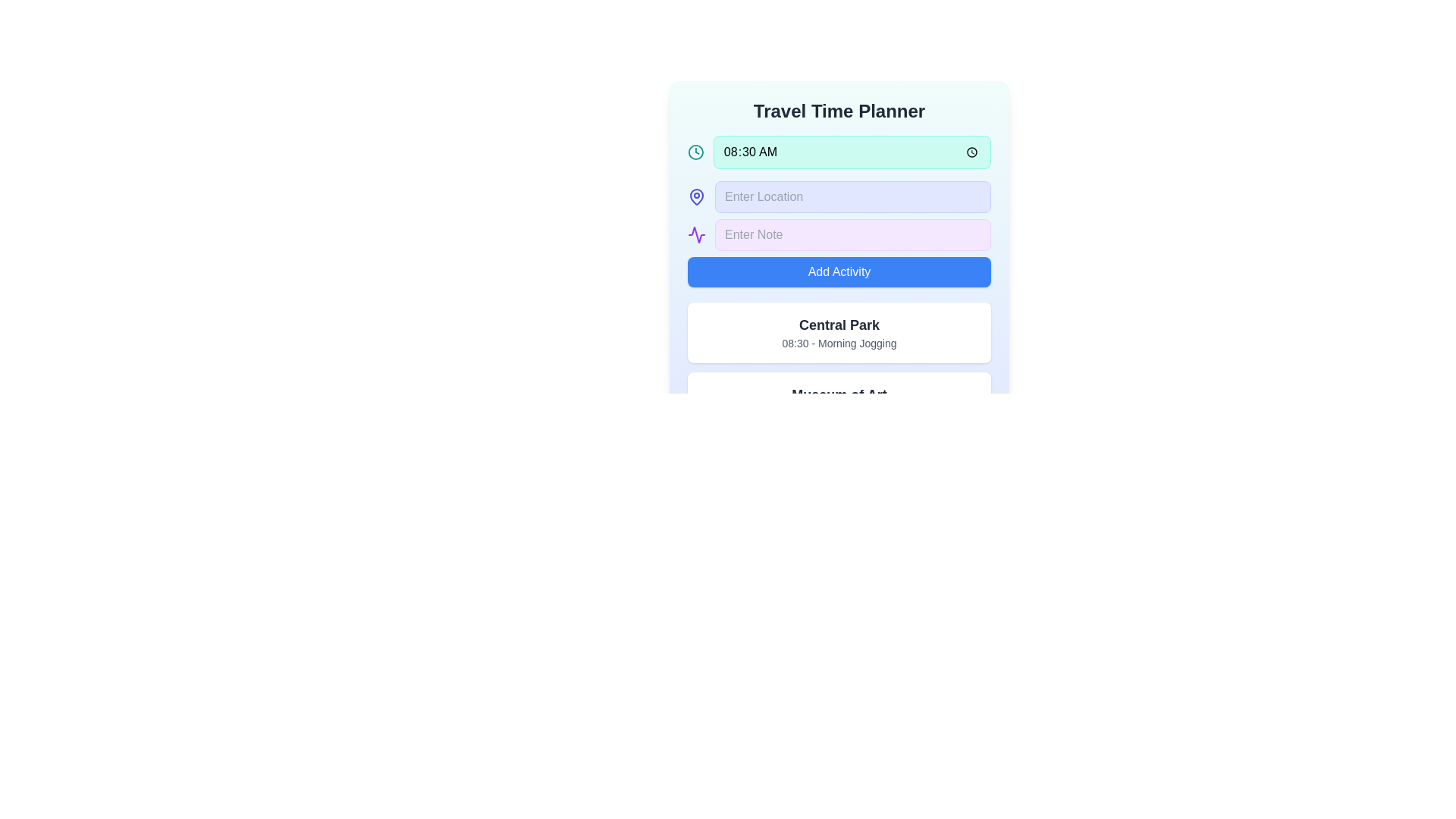 This screenshot has width=1456, height=819. I want to click on the circular teal icon within the clock graphic located to the left of the '08:30 AM' time input field, so click(695, 152).